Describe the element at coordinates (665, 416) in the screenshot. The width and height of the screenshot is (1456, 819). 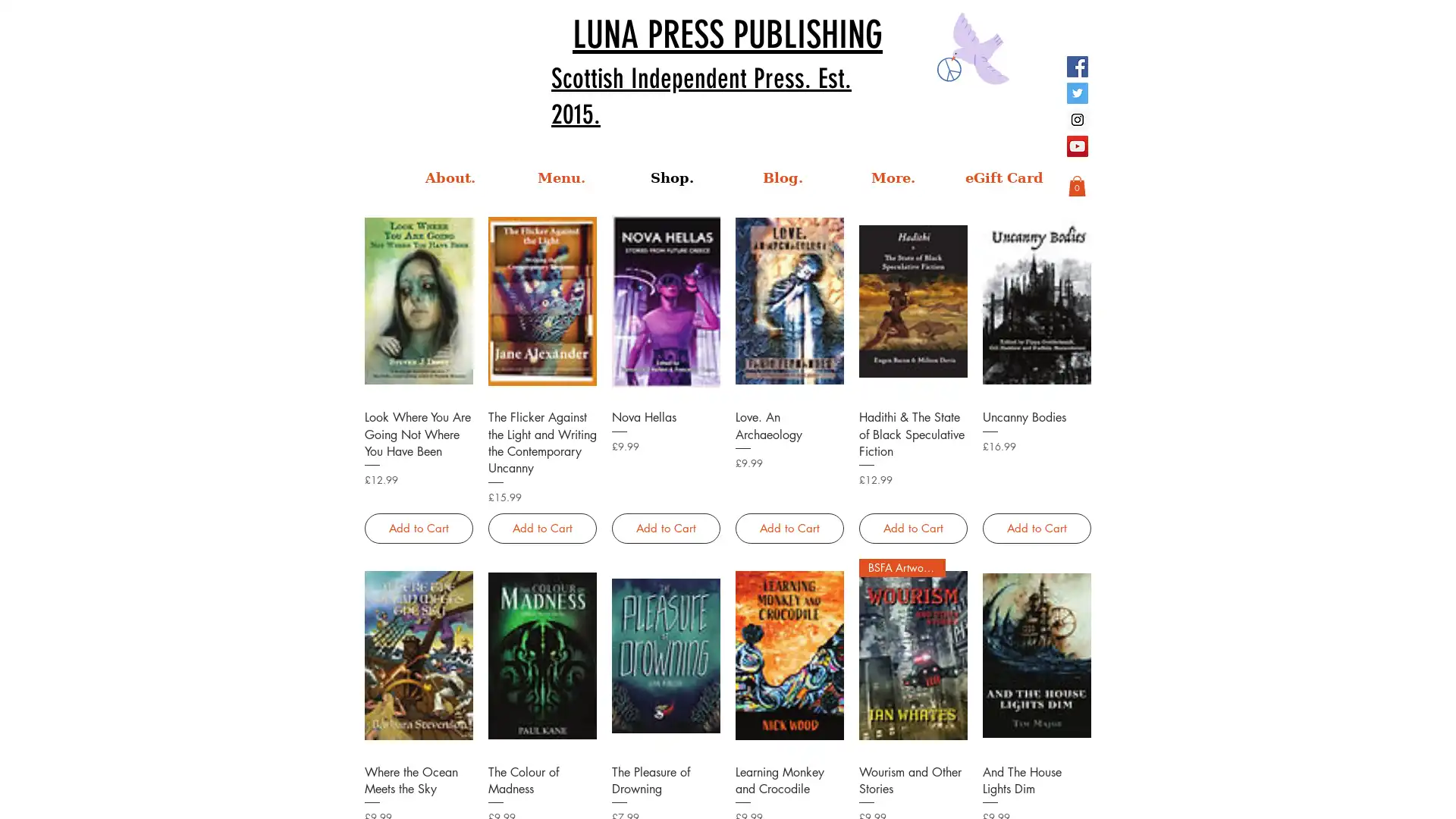
I see `Quick View` at that location.